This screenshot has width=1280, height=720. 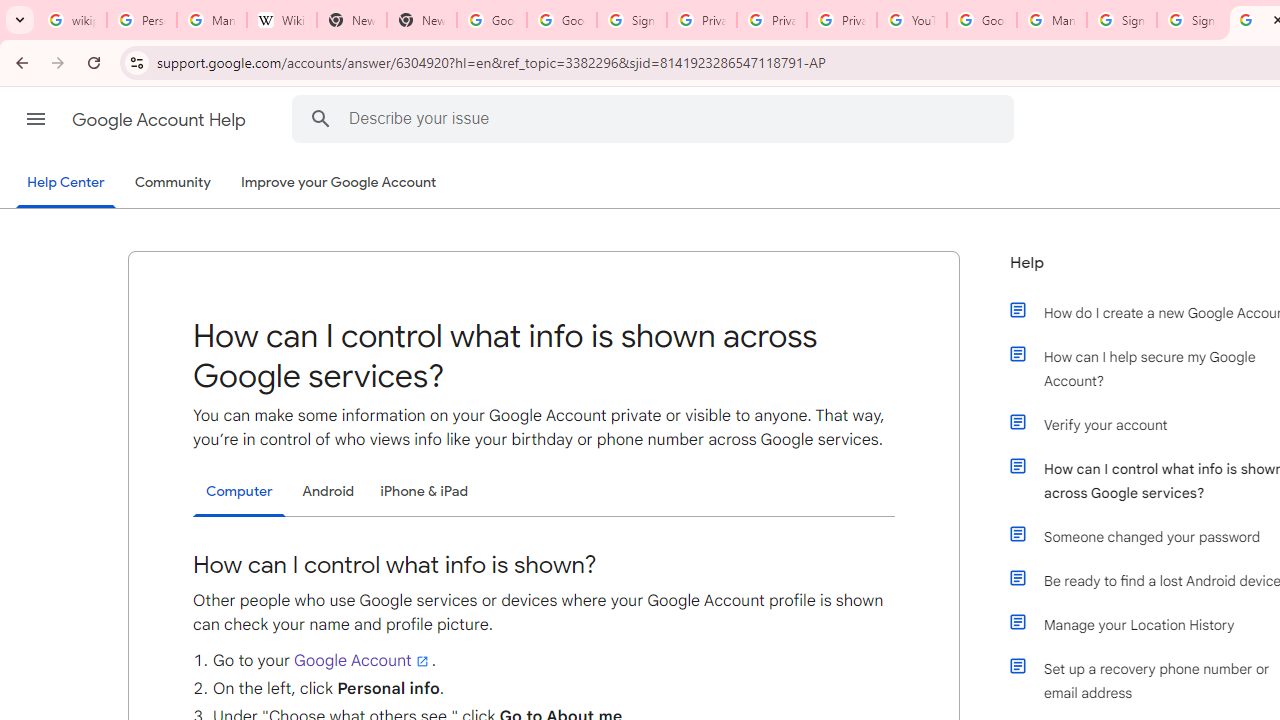 I want to click on 'Help Center', so click(x=65, y=183).